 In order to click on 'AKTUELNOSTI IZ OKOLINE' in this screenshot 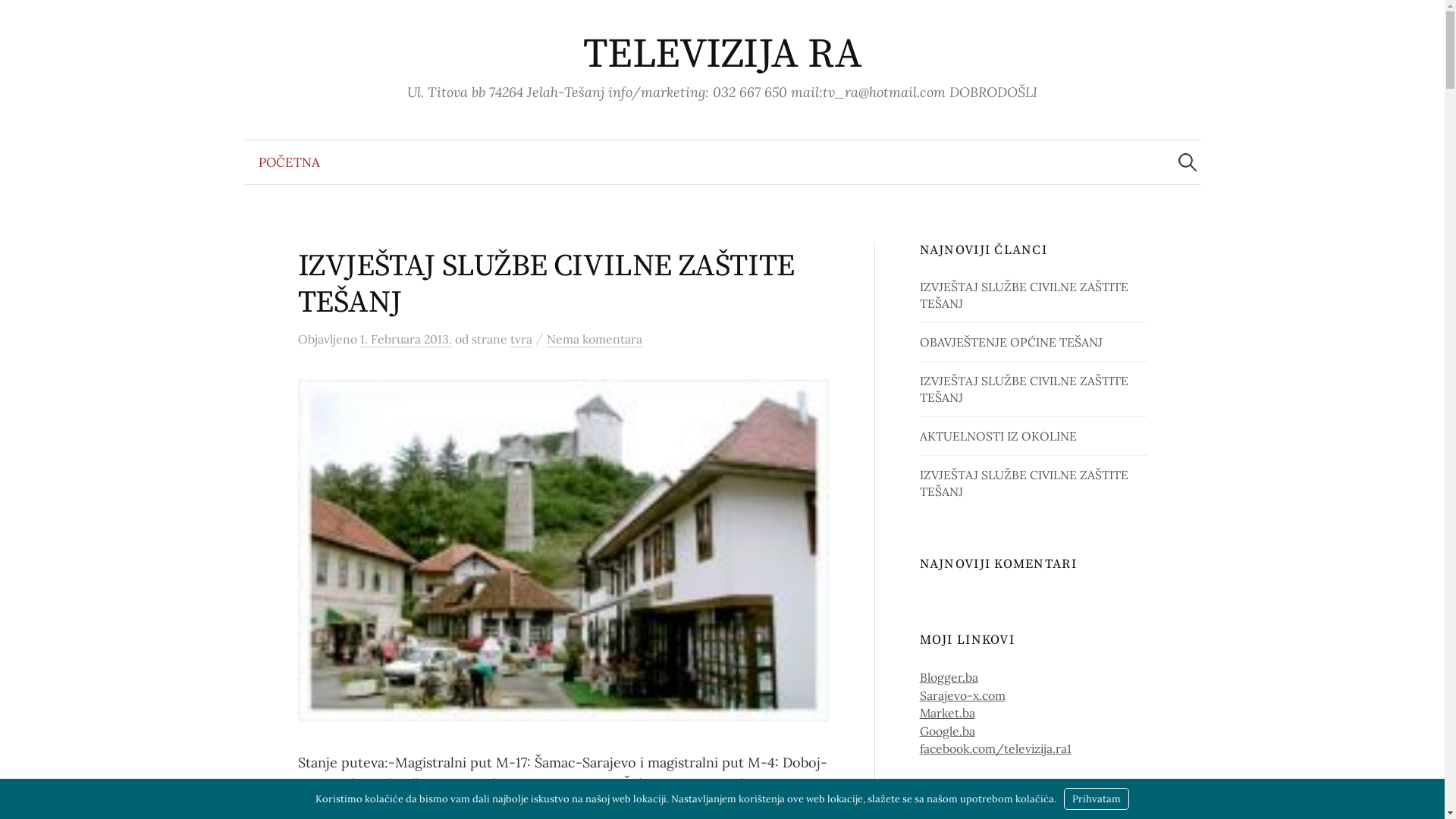, I will do `click(998, 435)`.